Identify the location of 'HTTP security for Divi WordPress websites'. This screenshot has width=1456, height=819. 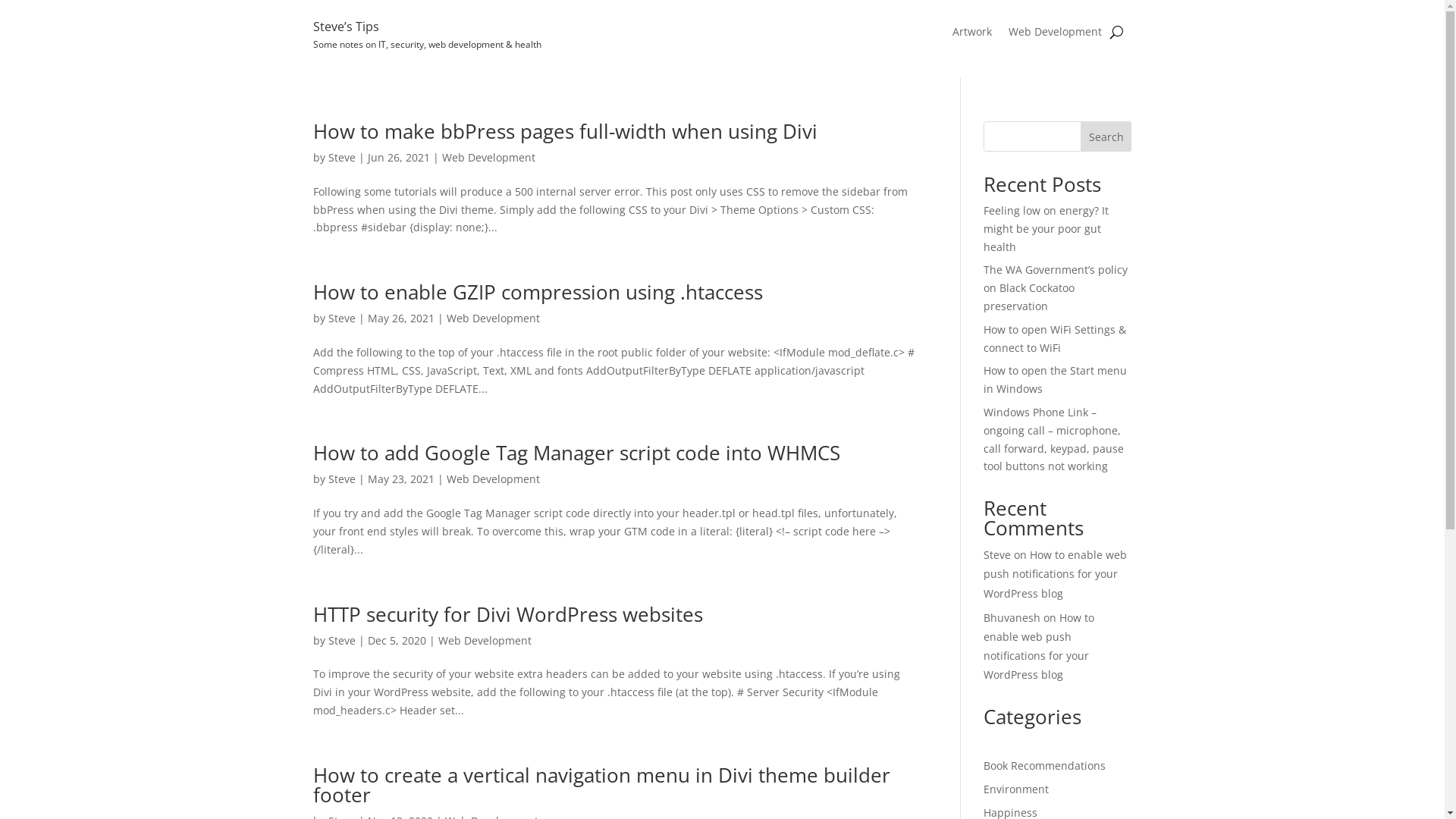
(507, 614).